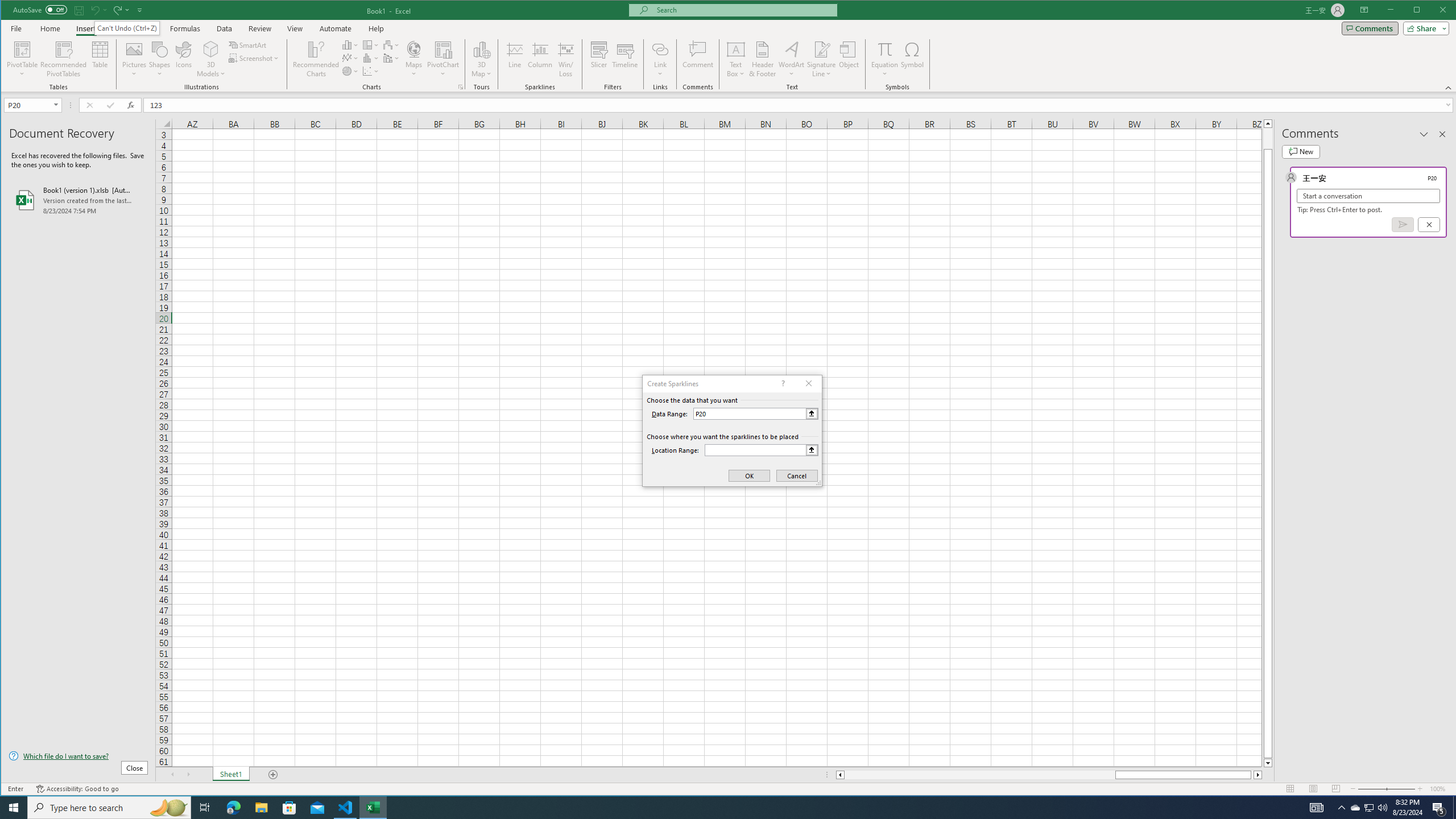 The width and height of the screenshot is (1456, 819). What do you see at coordinates (913, 59) in the screenshot?
I see `'Symbol...'` at bounding box center [913, 59].